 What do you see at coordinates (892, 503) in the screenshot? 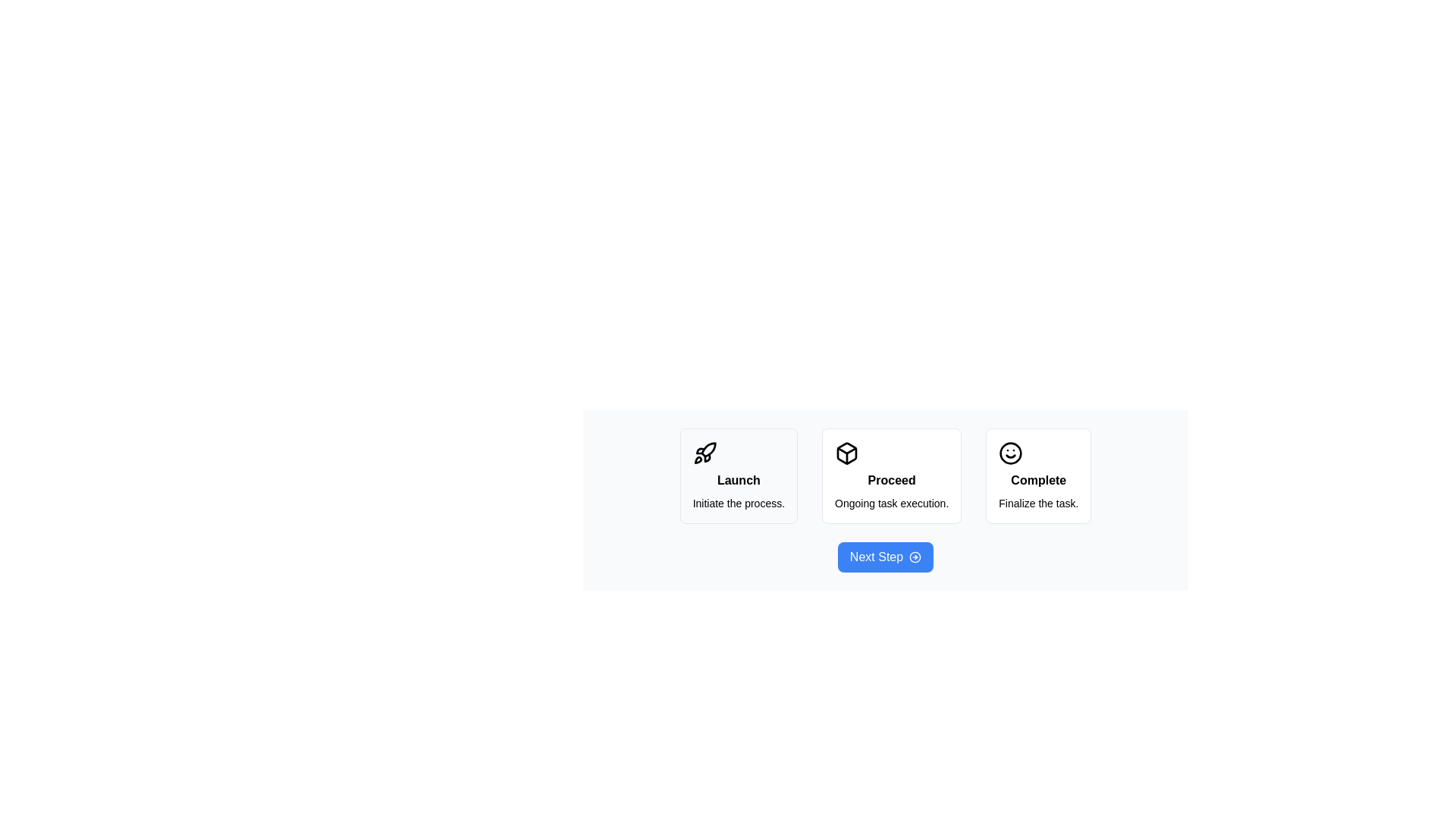
I see `the static text that says 'Ongoing task execution.' which is located in the second card below the bold title 'Proceed'` at bounding box center [892, 503].